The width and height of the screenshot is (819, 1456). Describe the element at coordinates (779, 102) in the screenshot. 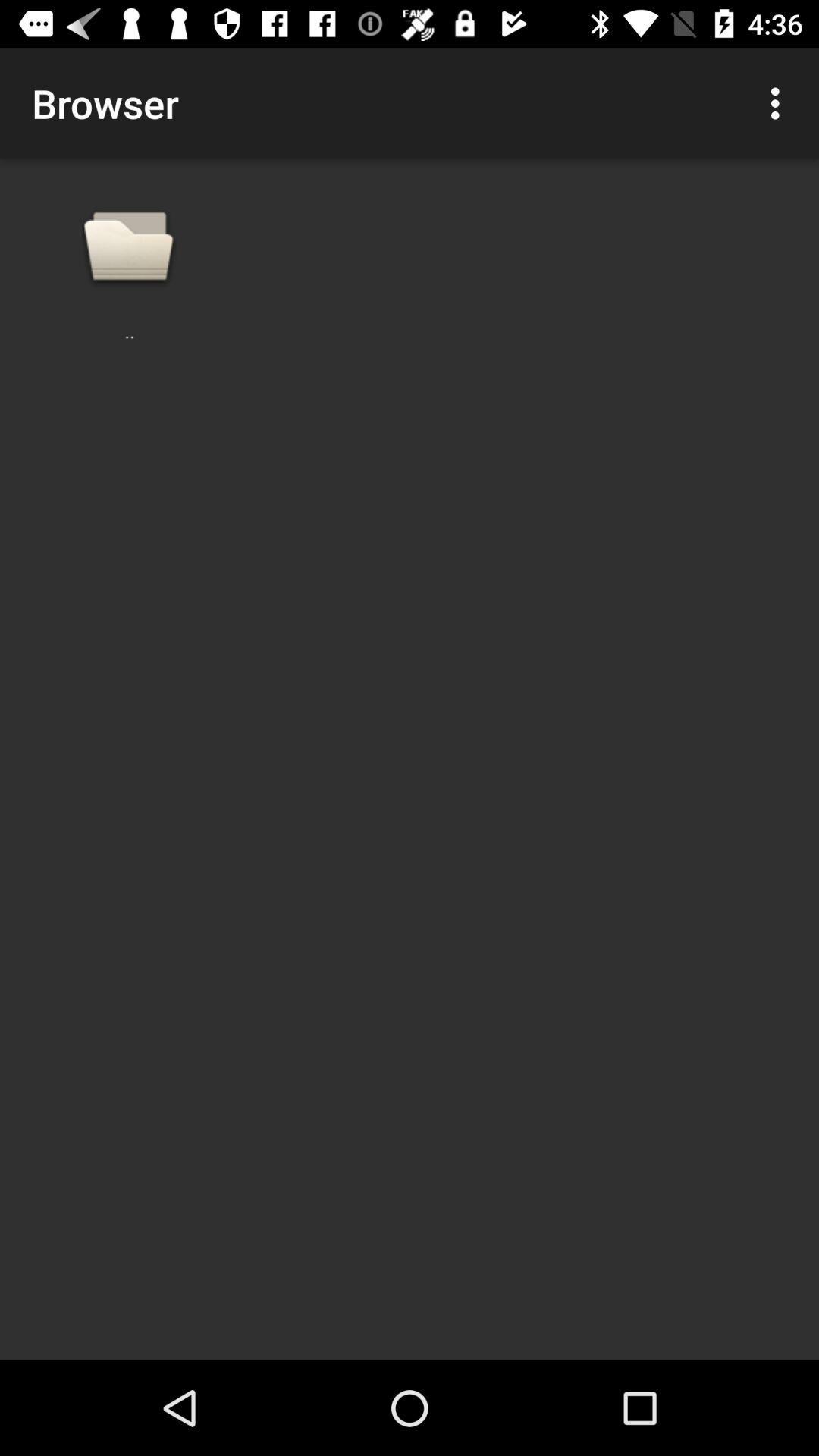

I see `item at the top right corner` at that location.